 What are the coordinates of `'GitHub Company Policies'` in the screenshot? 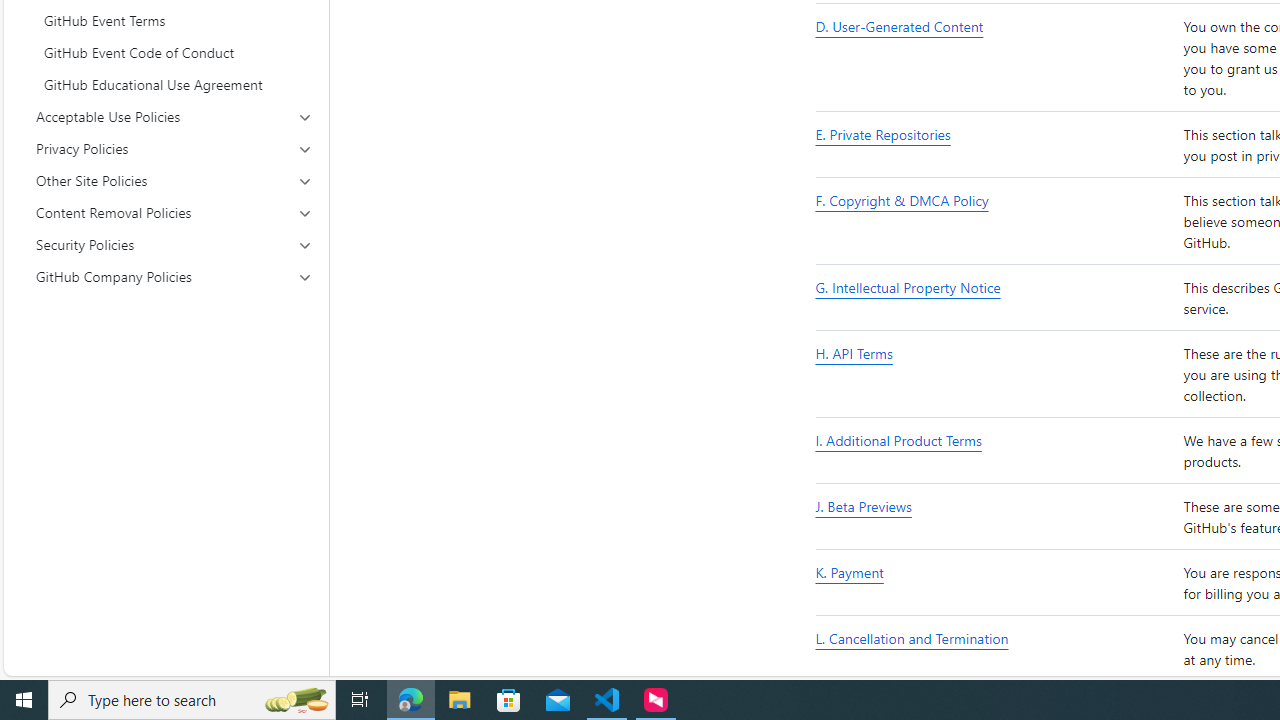 It's located at (174, 276).